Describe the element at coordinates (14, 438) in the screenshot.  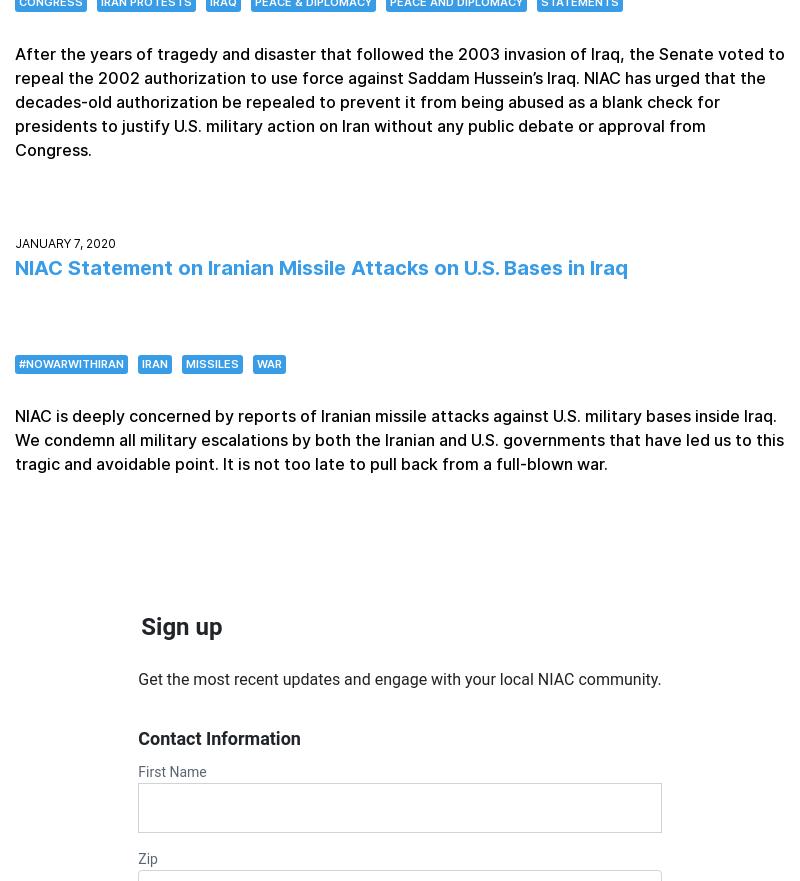
I see `'NIAC is deeply concerned by reports of Iranian missile attacks against U.S. military bases inside Iraq. We condemn all military escalations by both the Iranian and U.S. governments that have led us to this tragic and avoidable point. It is not too late to pull back from a full-blown war.'` at that location.